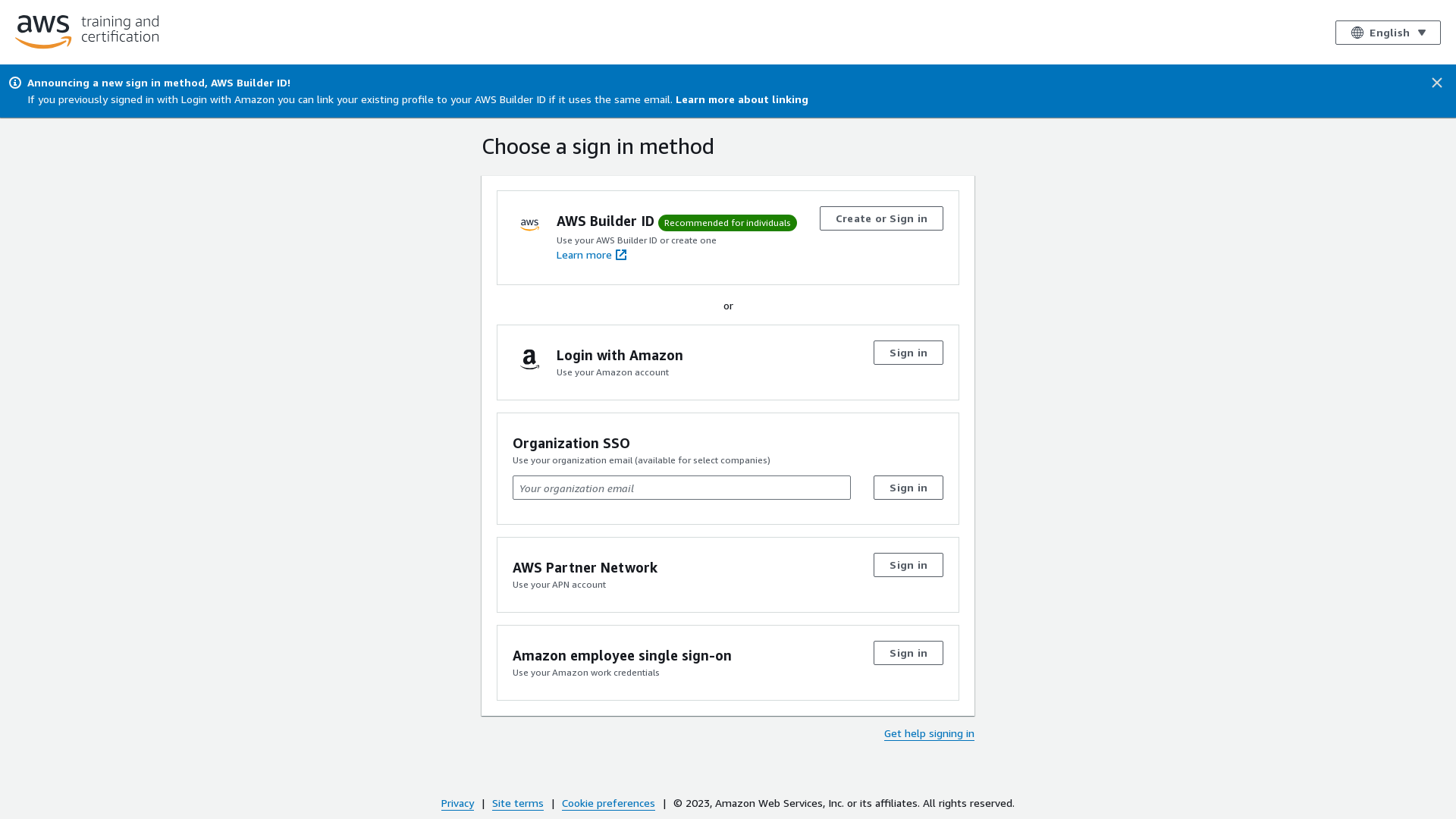 This screenshot has width=1456, height=819. Describe the element at coordinates (742, 99) in the screenshot. I see `'Learn more about linking'` at that location.